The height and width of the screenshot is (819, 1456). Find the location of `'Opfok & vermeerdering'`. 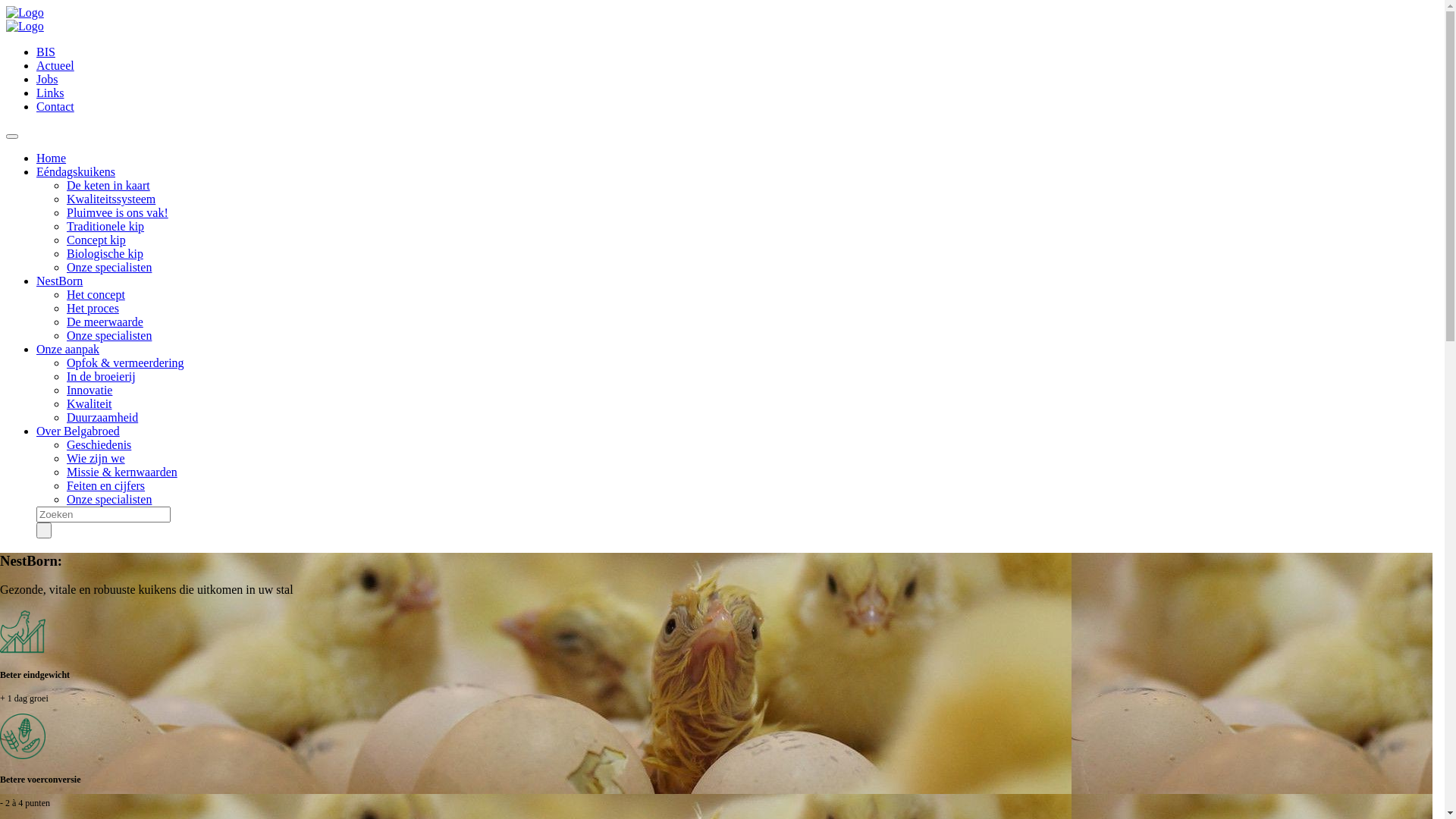

'Opfok & vermeerdering' is located at coordinates (125, 362).